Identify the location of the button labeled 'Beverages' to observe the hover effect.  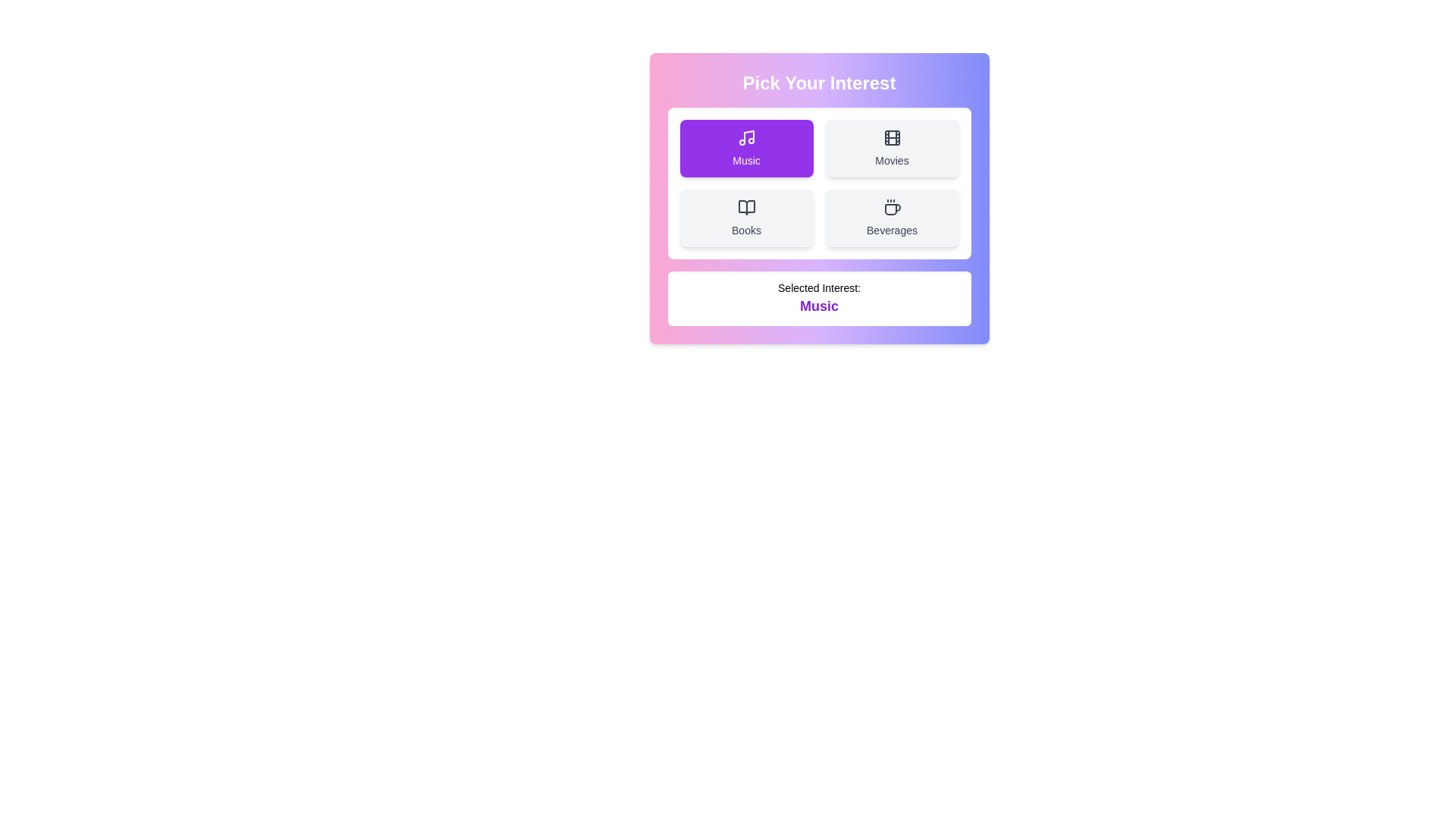
(892, 218).